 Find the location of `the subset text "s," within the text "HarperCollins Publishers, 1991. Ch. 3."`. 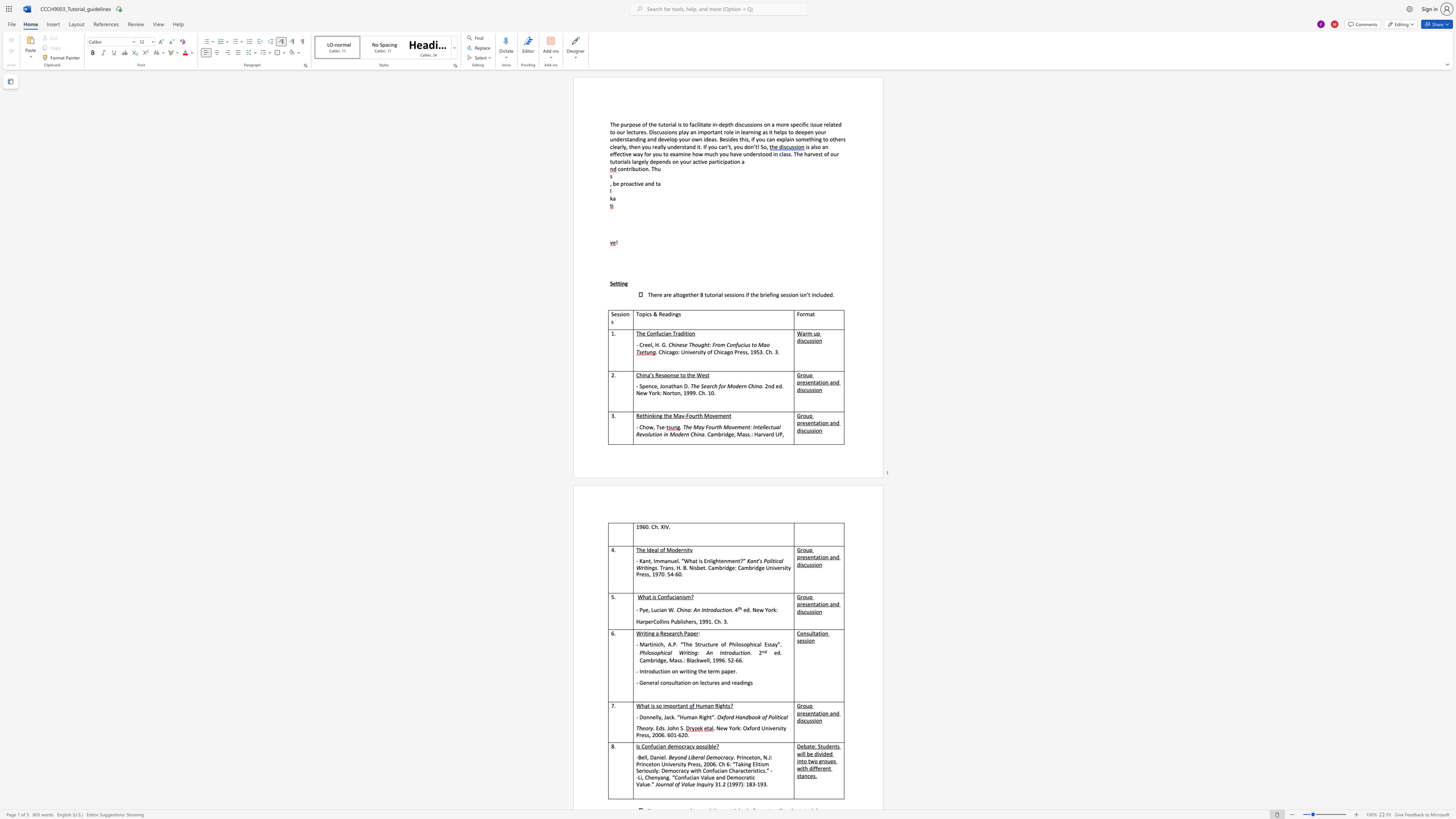

the subset text "s," within the text "HarperCollins Publishers, 1991. Ch. 3." is located at coordinates (694, 621).